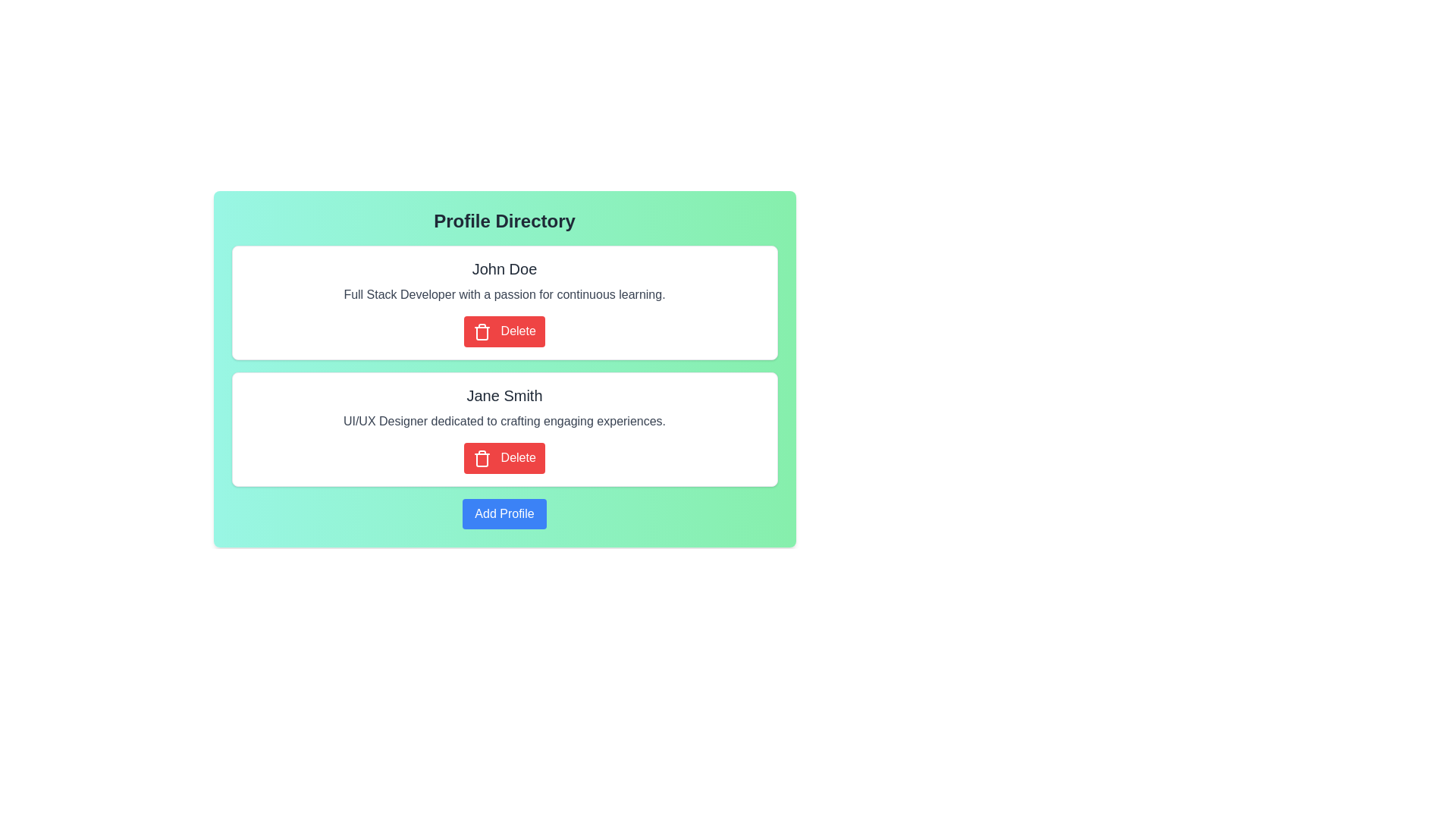 This screenshot has height=819, width=1456. I want to click on the 'Delete' button located at the bottom-right of the white card section for the profile titled 'John Doe', so click(504, 331).